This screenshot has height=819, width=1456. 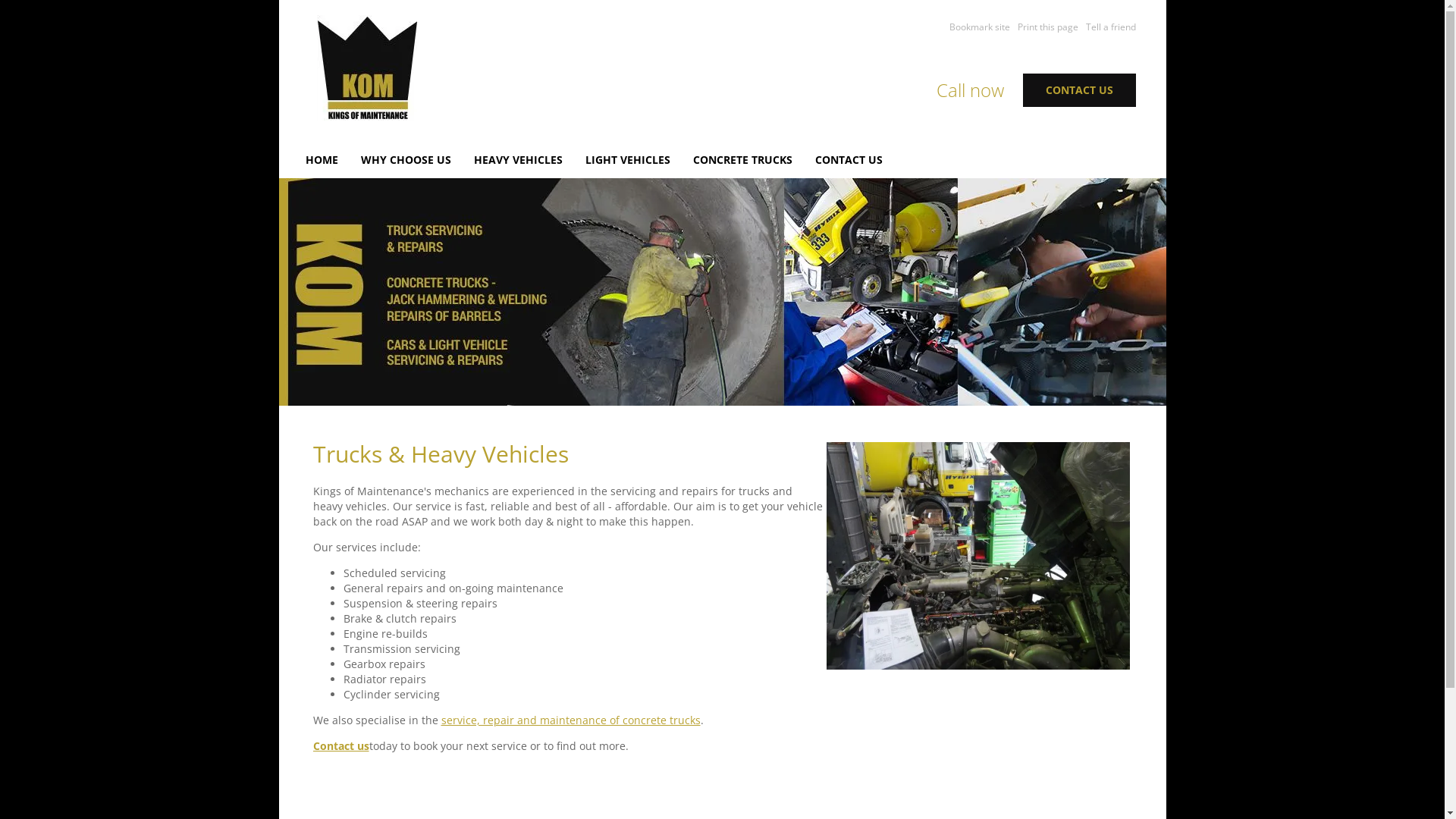 What do you see at coordinates (1106, 27) in the screenshot?
I see `'Tell a friend'` at bounding box center [1106, 27].